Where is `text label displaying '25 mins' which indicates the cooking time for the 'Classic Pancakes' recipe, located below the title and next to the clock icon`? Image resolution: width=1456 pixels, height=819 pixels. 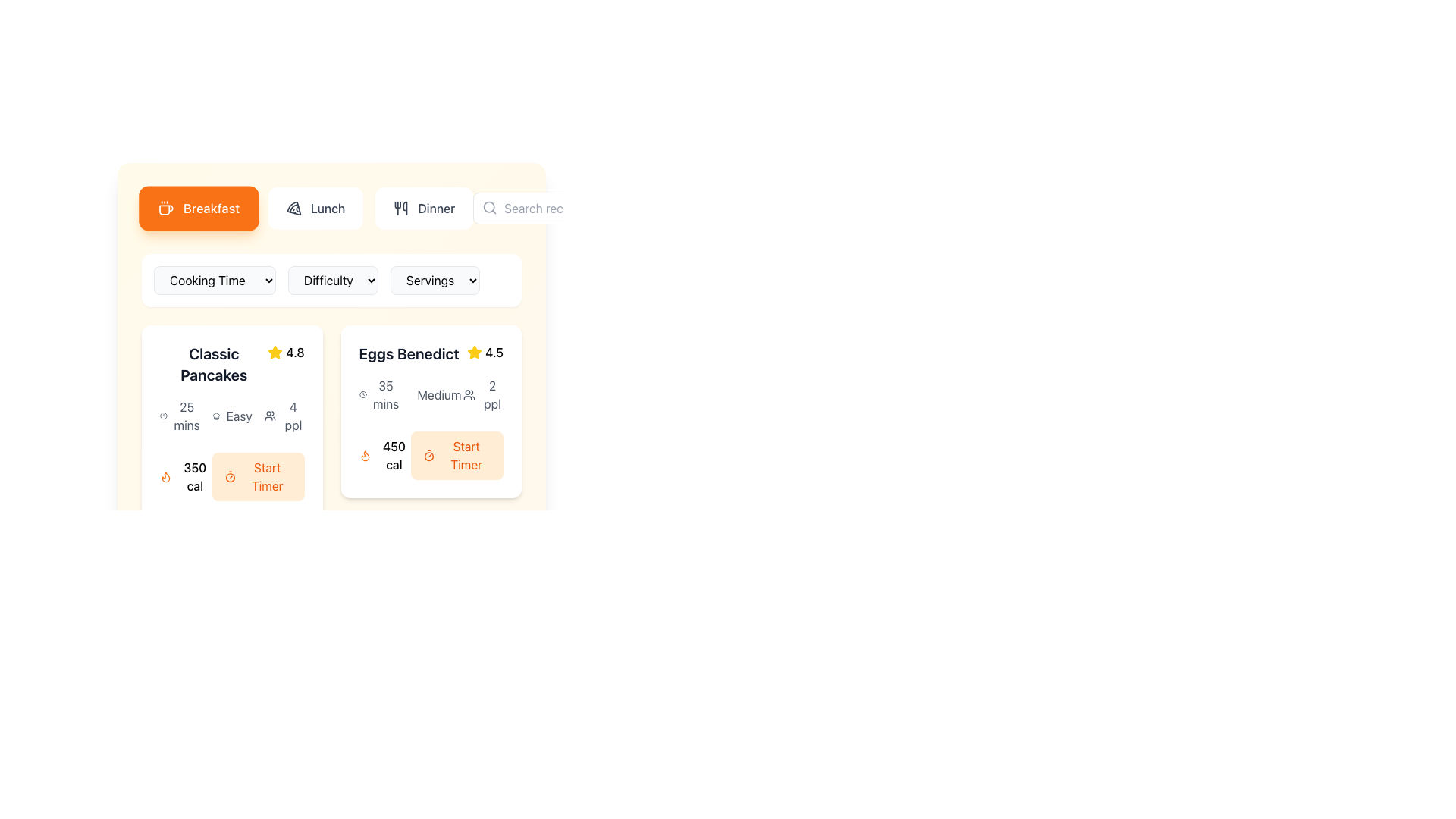
text label displaying '25 mins' which indicates the cooking time for the 'Classic Pancakes' recipe, located below the title and next to the clock icon is located at coordinates (186, 416).